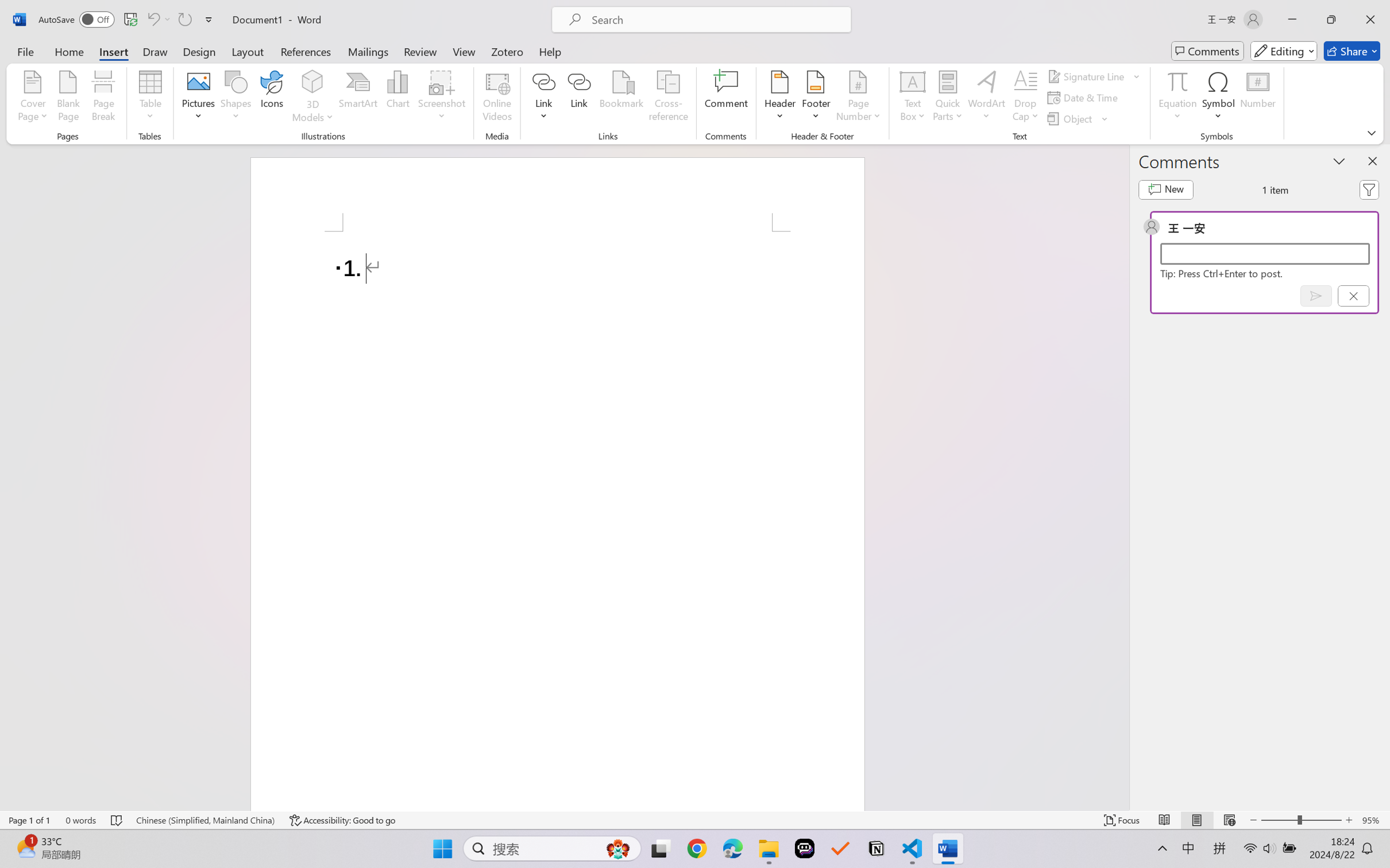  Describe the element at coordinates (234, 98) in the screenshot. I see `'Shapes'` at that location.